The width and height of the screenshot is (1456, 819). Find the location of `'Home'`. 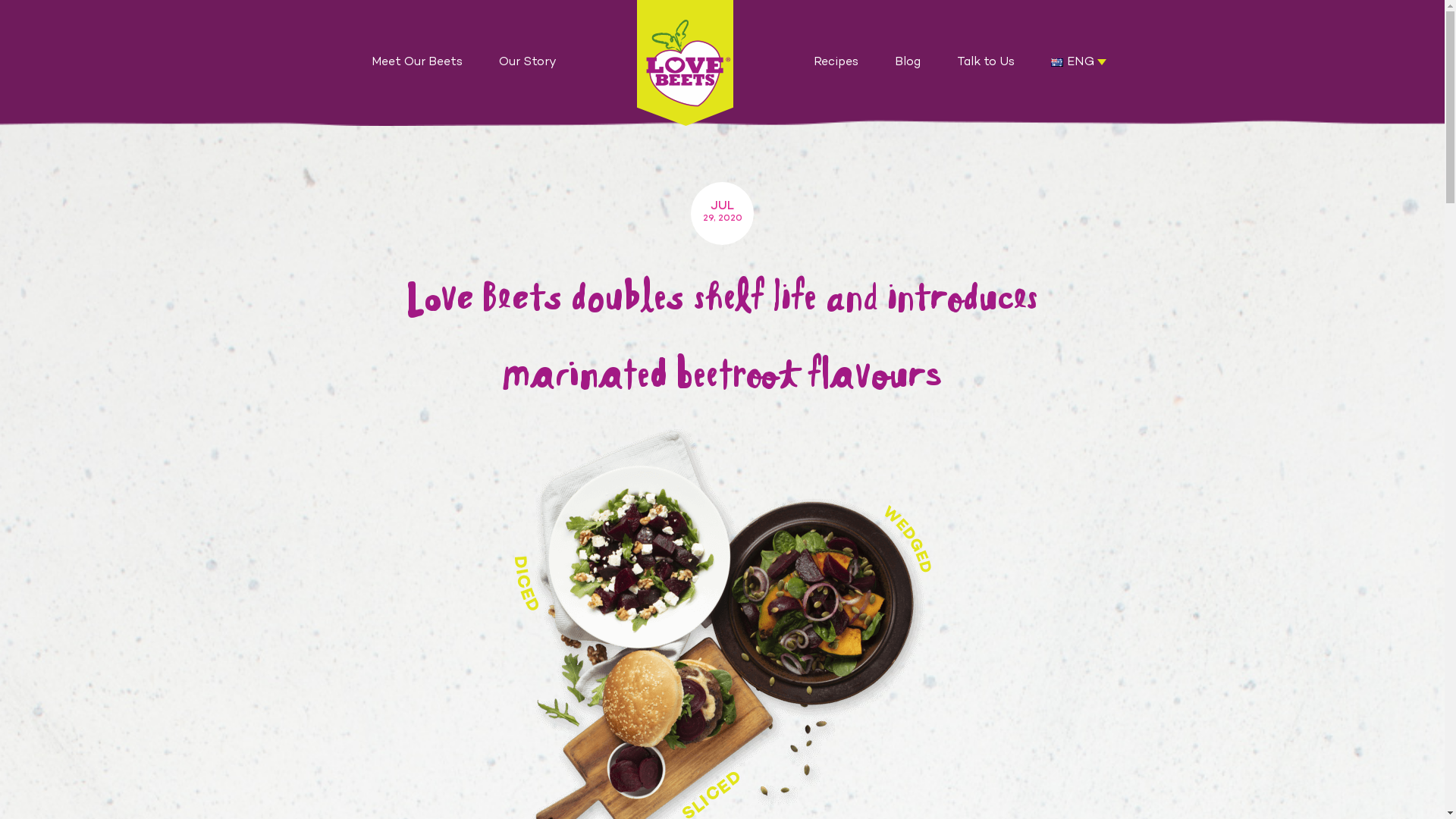

'Home' is located at coordinates (684, 62).